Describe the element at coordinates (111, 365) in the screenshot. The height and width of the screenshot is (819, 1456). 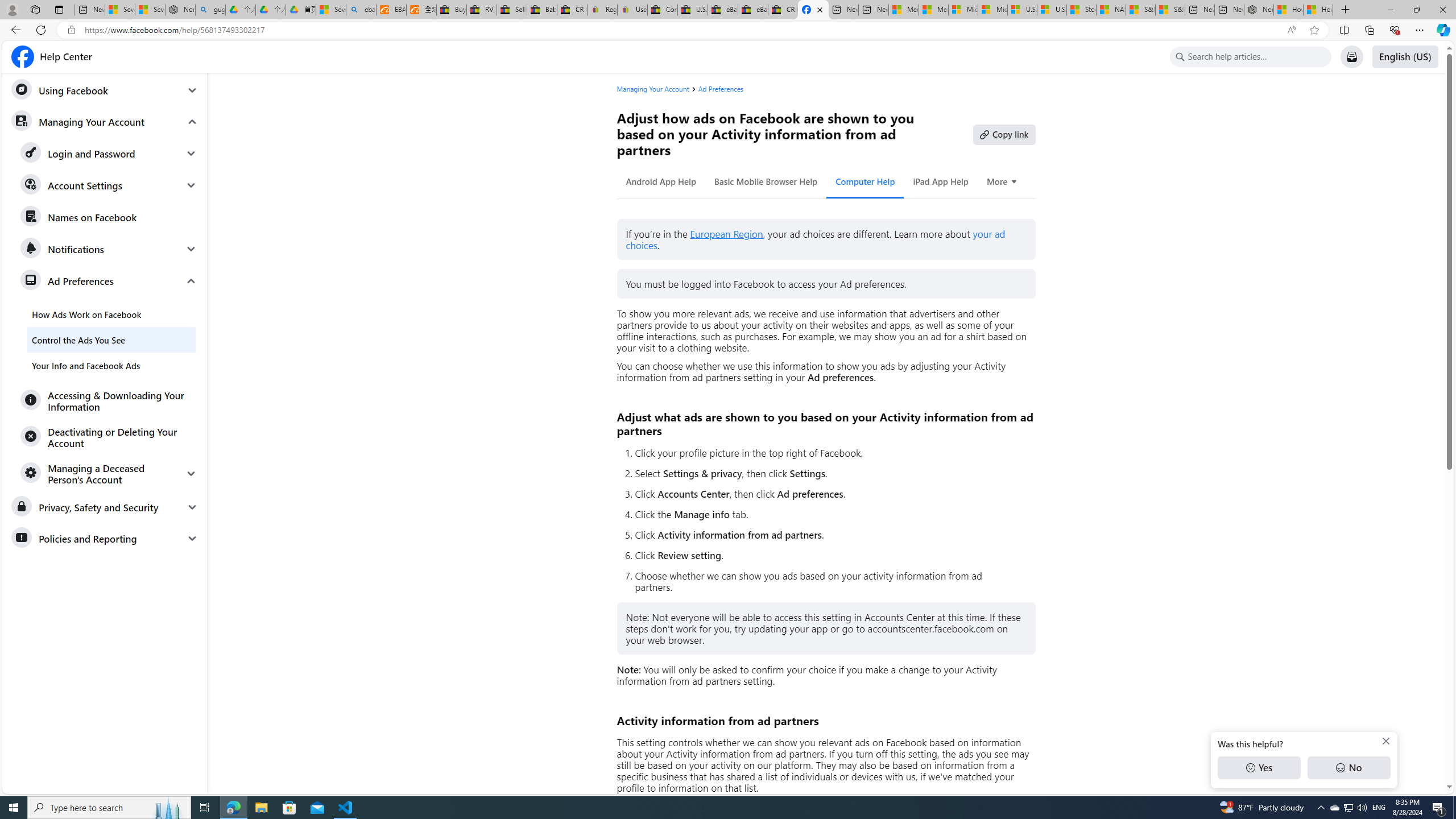
I see `'Your Info and Facebook Ads'` at that location.